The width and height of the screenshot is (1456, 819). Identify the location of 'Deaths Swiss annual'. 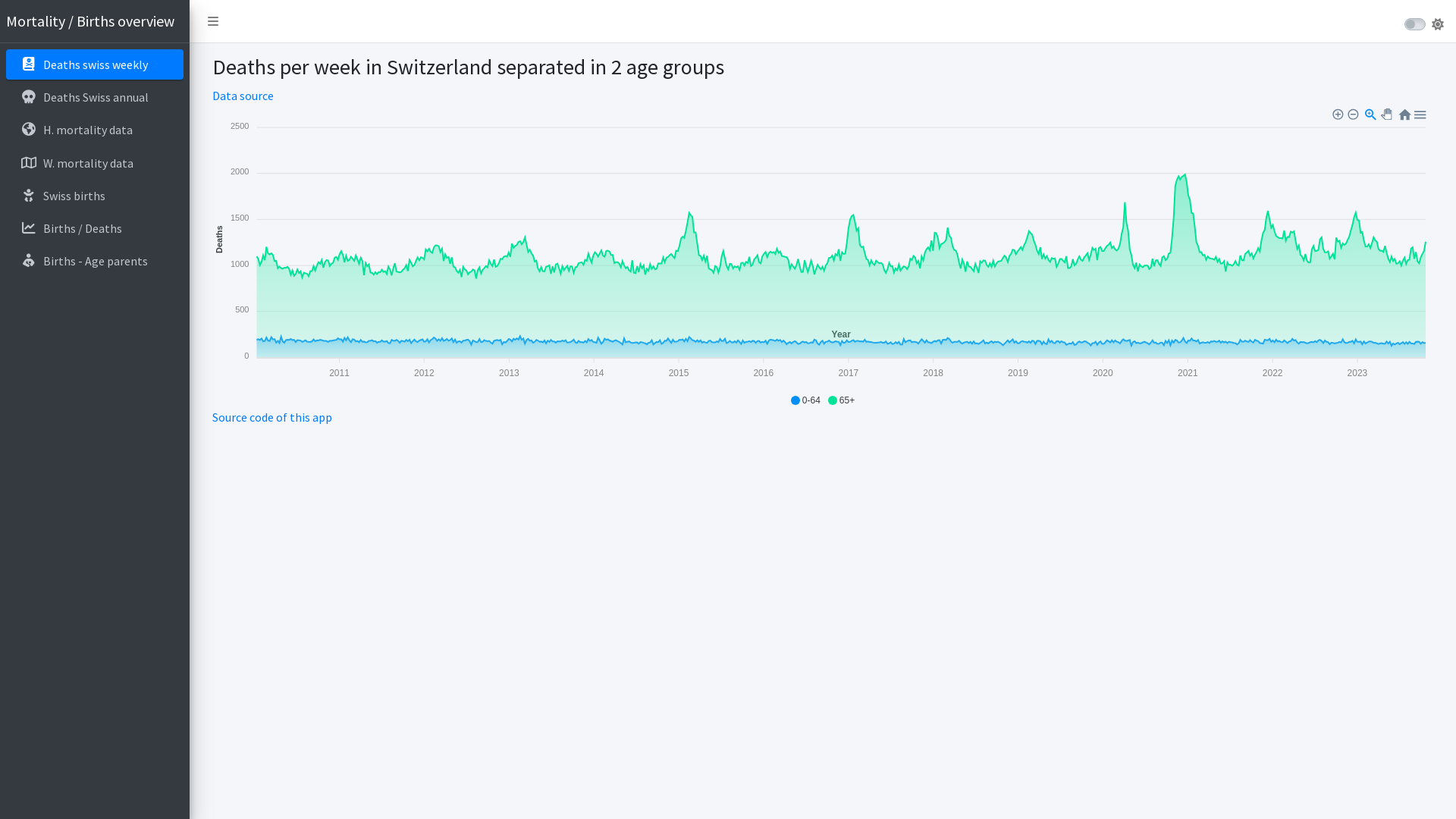
(93, 96).